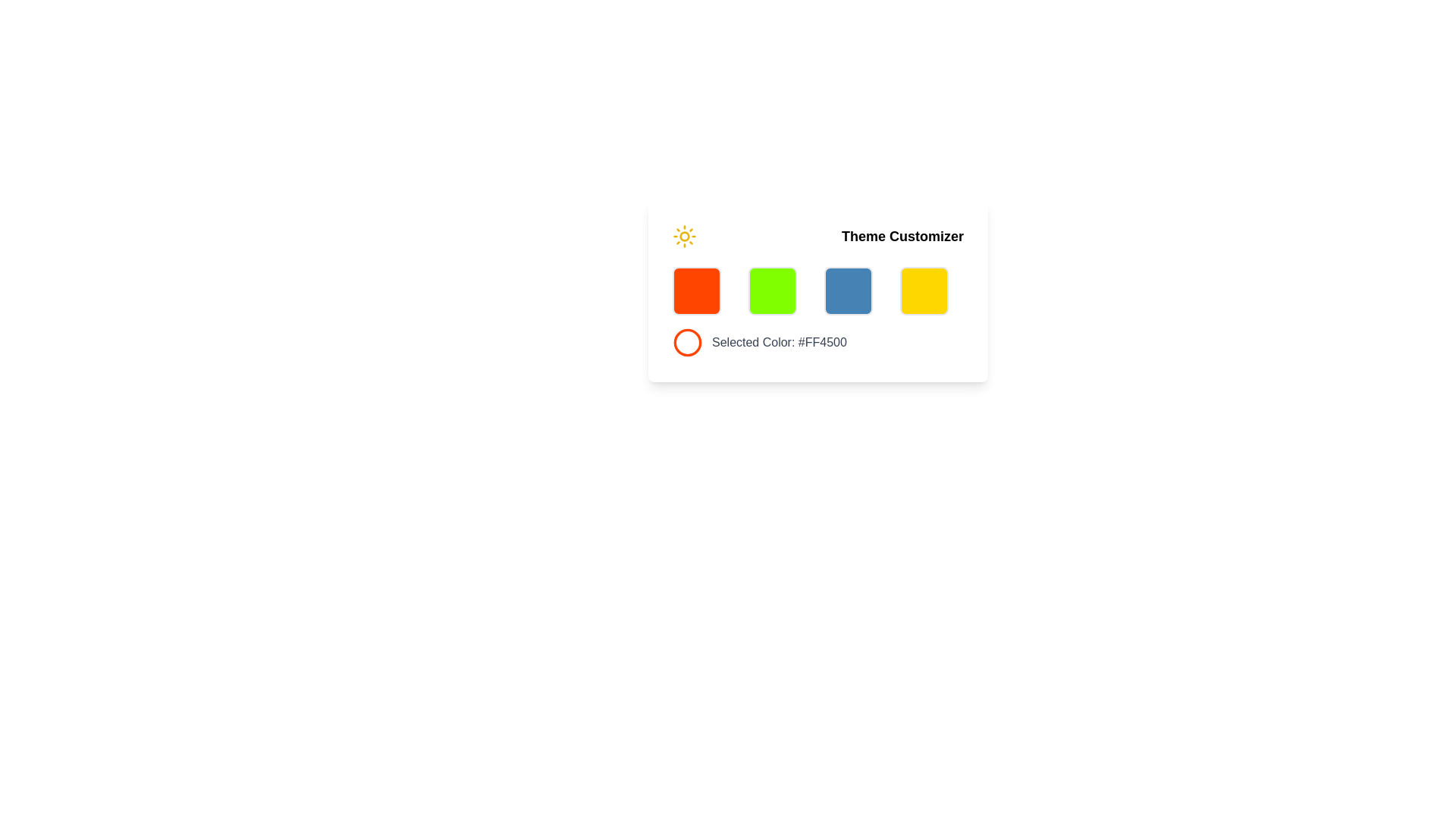 The height and width of the screenshot is (819, 1456). I want to click on the interactive panel titled 'Theme Customizer' which has a white background, rounded corners, and contains colorful selectable items, so click(817, 291).